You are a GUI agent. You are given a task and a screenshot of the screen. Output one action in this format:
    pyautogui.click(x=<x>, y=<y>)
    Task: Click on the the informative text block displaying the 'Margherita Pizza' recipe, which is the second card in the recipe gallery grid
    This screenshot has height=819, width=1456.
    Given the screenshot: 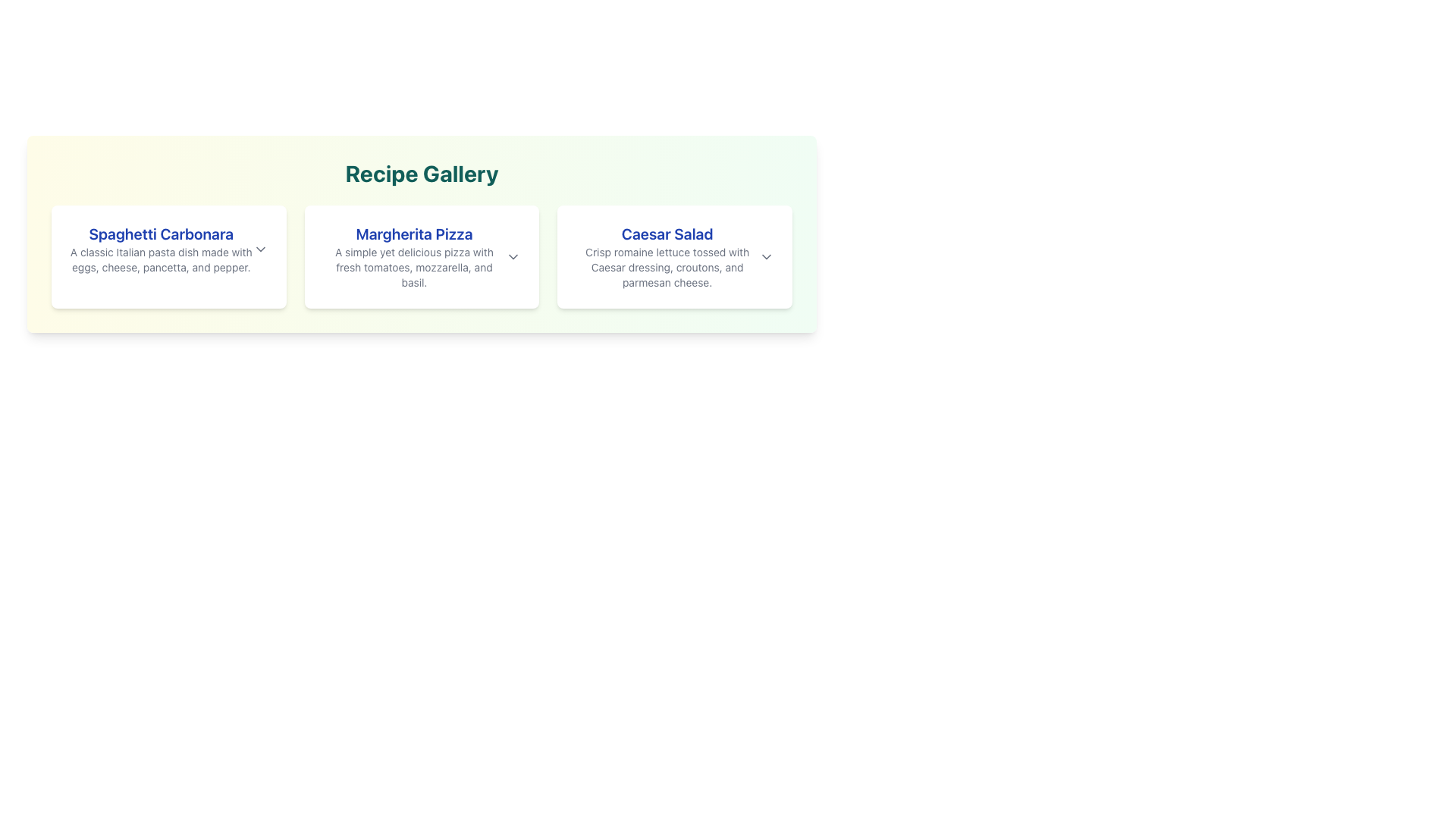 What is the action you would take?
    pyautogui.click(x=414, y=256)
    